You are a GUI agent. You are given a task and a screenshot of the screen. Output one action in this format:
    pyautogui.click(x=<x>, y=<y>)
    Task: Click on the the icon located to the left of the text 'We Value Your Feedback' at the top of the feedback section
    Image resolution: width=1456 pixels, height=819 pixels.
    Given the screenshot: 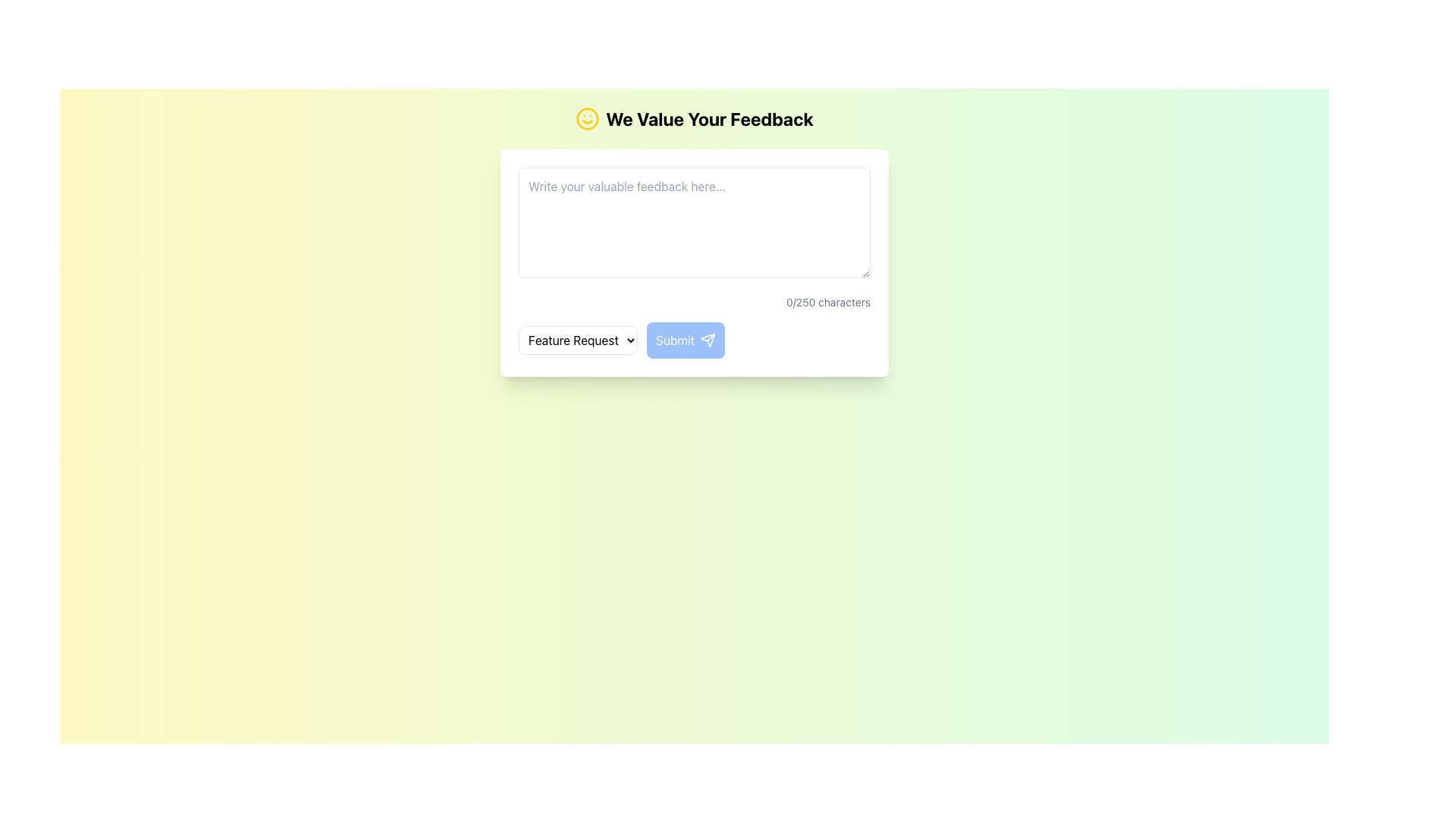 What is the action you would take?
    pyautogui.click(x=587, y=118)
    